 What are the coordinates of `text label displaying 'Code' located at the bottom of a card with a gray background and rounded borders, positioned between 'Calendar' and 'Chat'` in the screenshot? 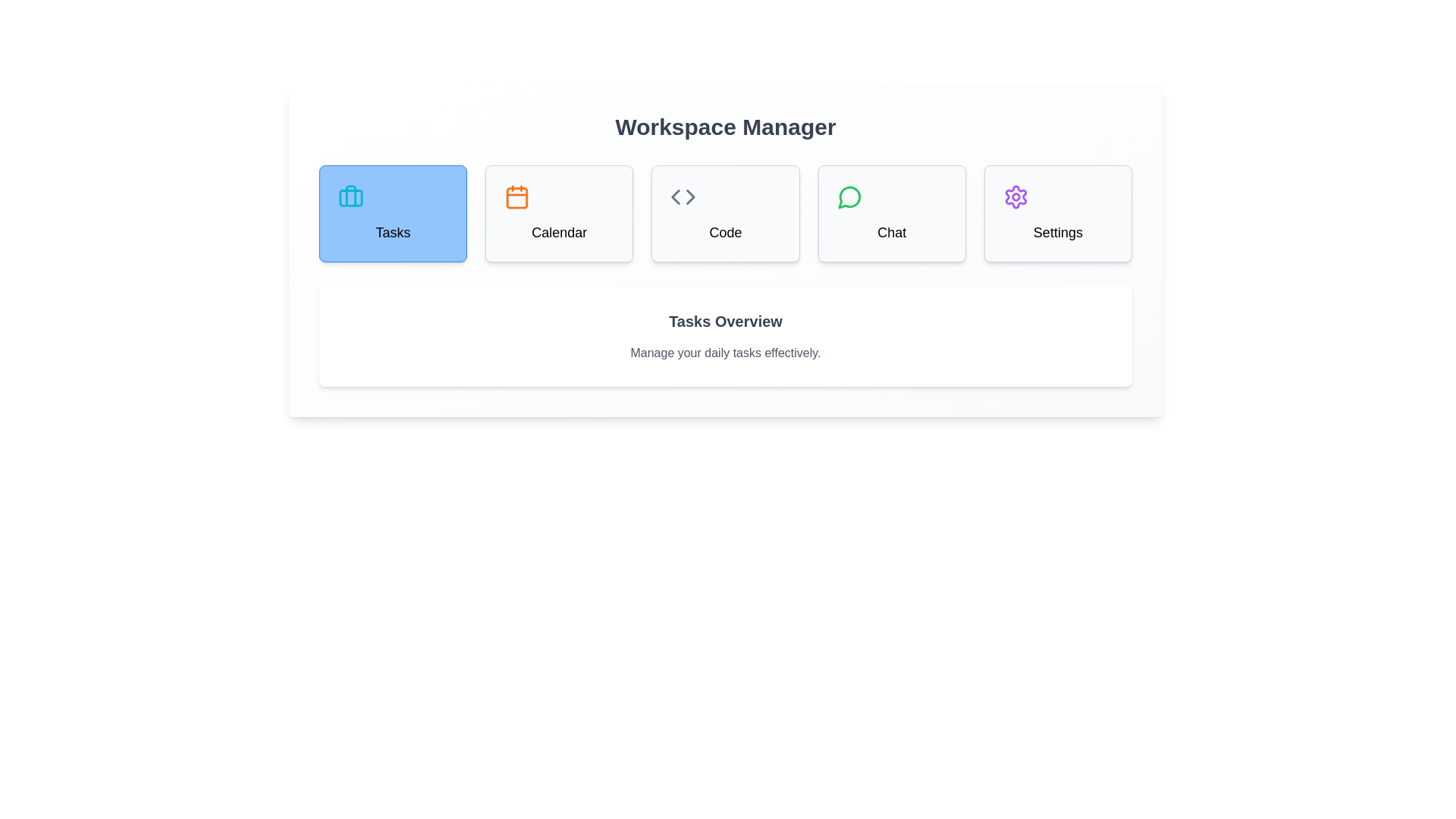 It's located at (724, 233).